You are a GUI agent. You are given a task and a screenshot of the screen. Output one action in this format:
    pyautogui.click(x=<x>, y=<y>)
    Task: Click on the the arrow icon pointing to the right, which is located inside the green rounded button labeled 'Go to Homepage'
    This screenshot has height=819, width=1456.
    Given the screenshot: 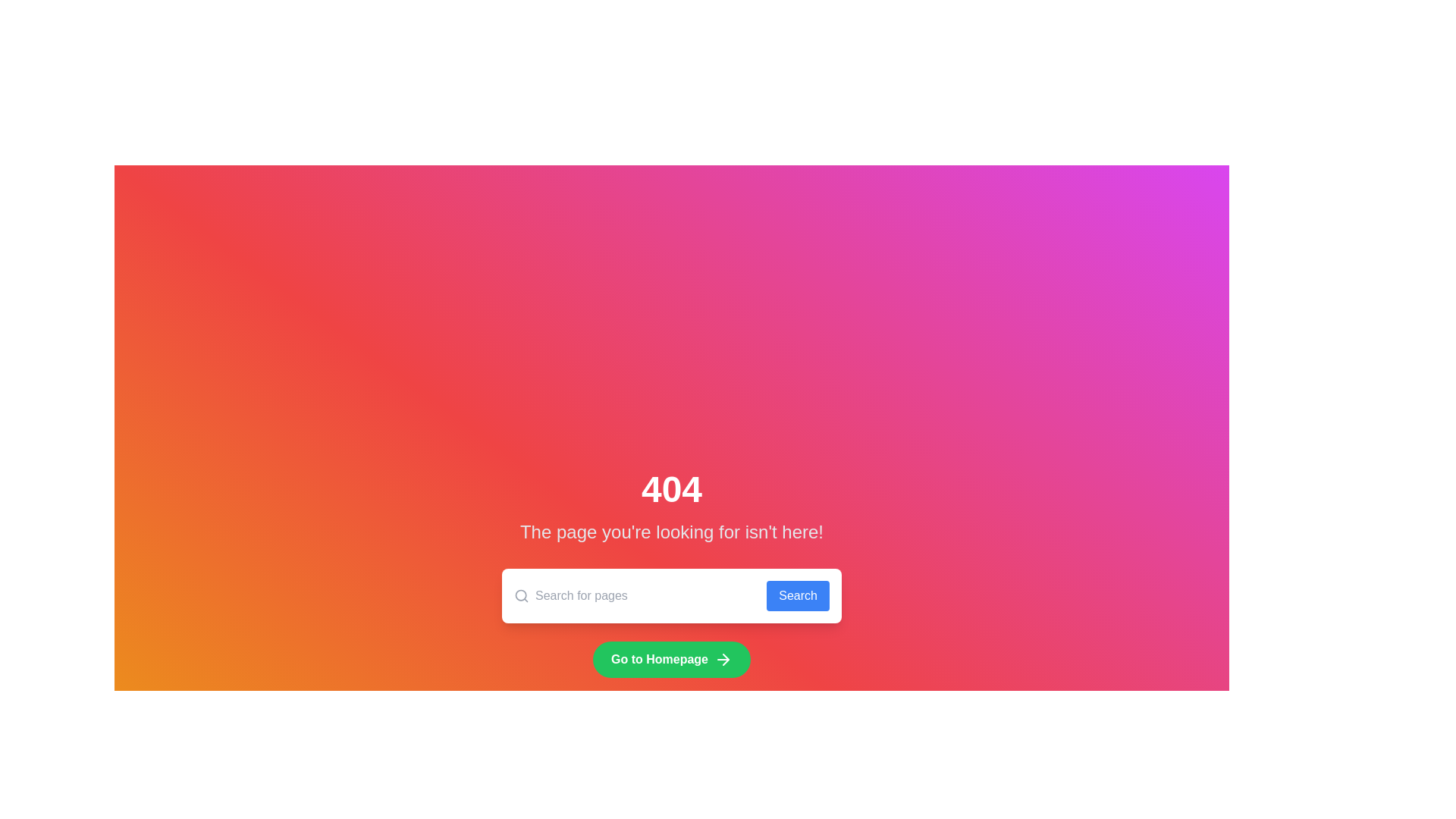 What is the action you would take?
    pyautogui.click(x=723, y=659)
    